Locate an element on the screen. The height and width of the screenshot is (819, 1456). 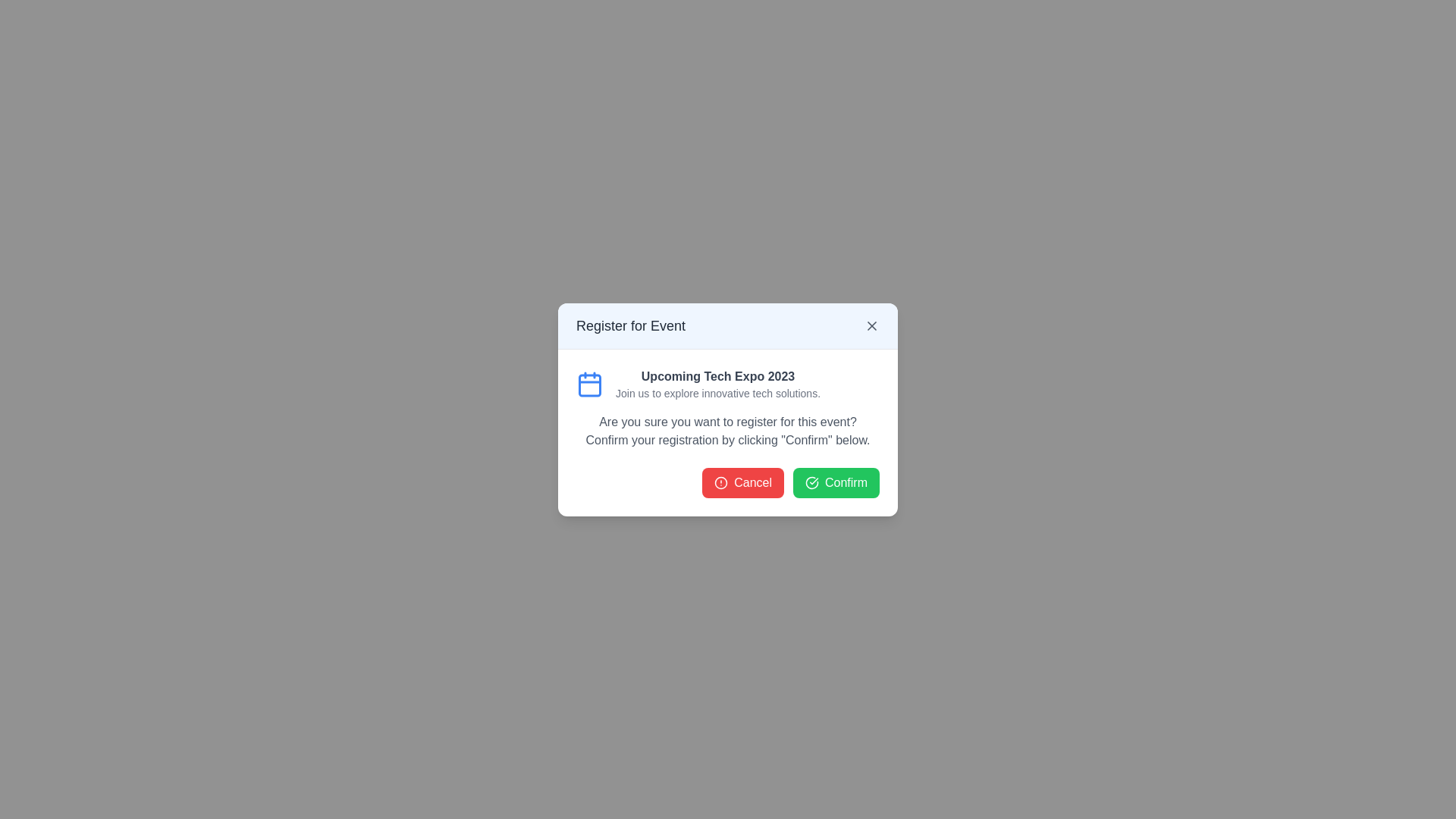
the event title text label in the 'Register for Event' dialog box, which is positioned above the text 'Join us is located at coordinates (717, 375).